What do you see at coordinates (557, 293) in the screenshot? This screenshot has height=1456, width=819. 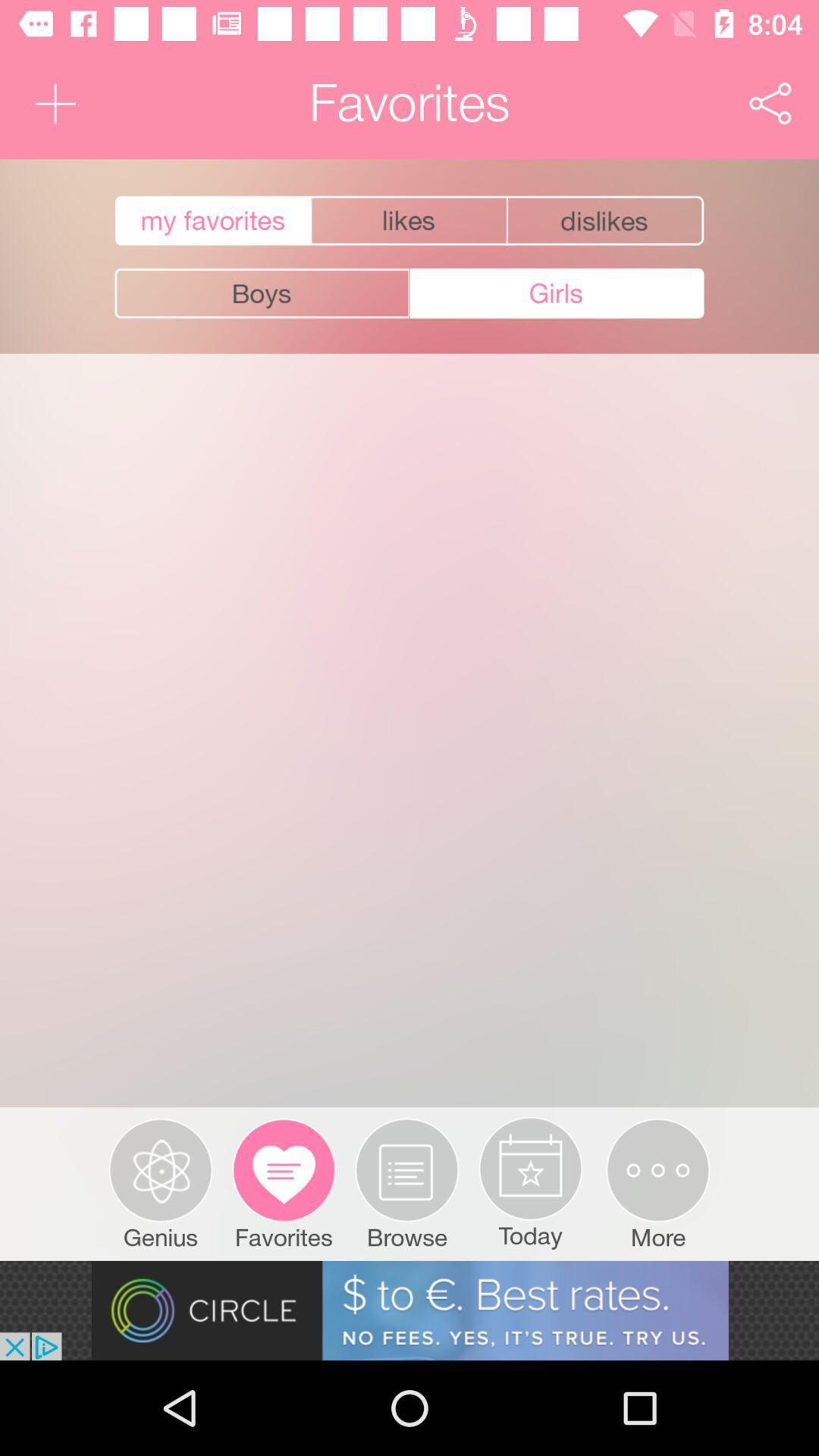 I see `favorites filter choice girls` at bounding box center [557, 293].